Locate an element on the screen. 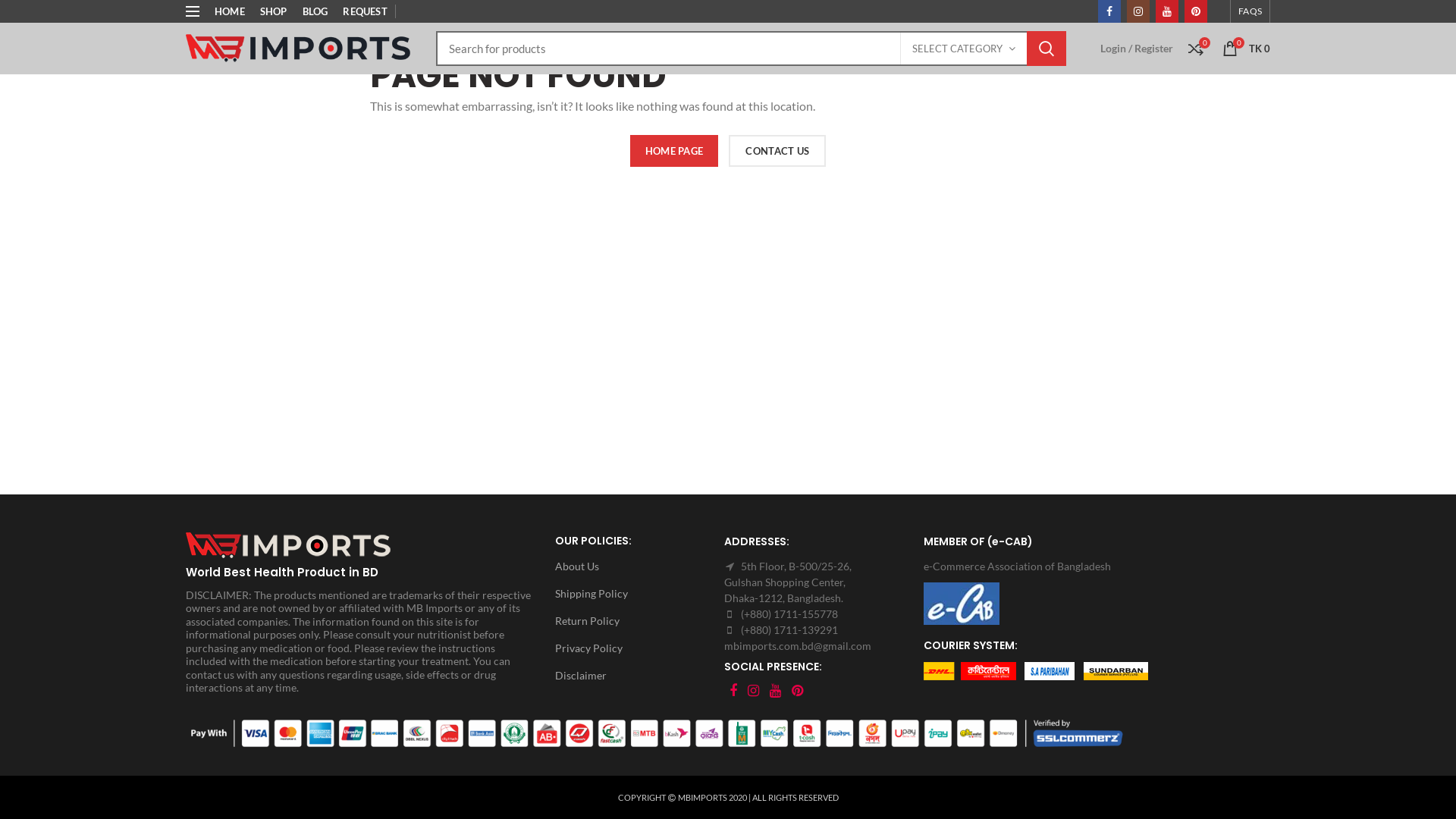 This screenshot has width=1456, height=819. 'Shipping Policy' is located at coordinates (635, 593).